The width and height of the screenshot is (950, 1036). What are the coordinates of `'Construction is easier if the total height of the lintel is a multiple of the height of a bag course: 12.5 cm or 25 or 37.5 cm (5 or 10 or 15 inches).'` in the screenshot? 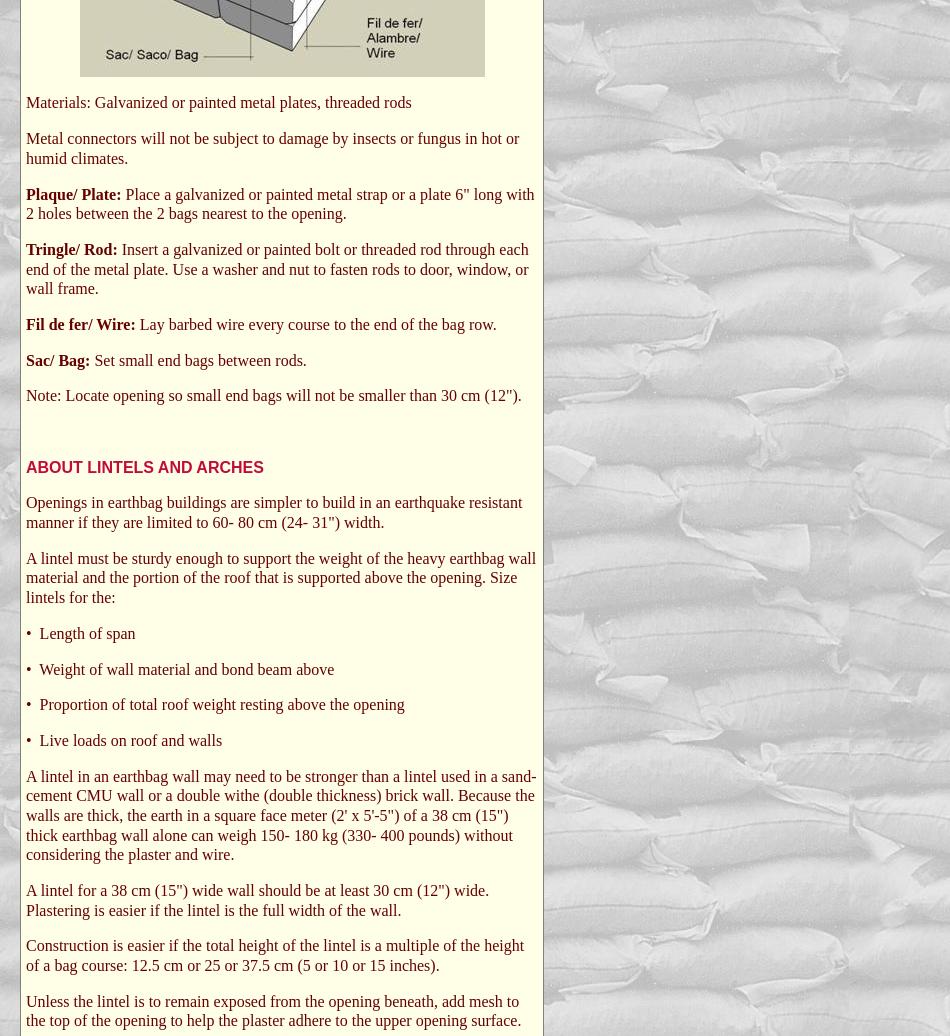 It's located at (274, 955).